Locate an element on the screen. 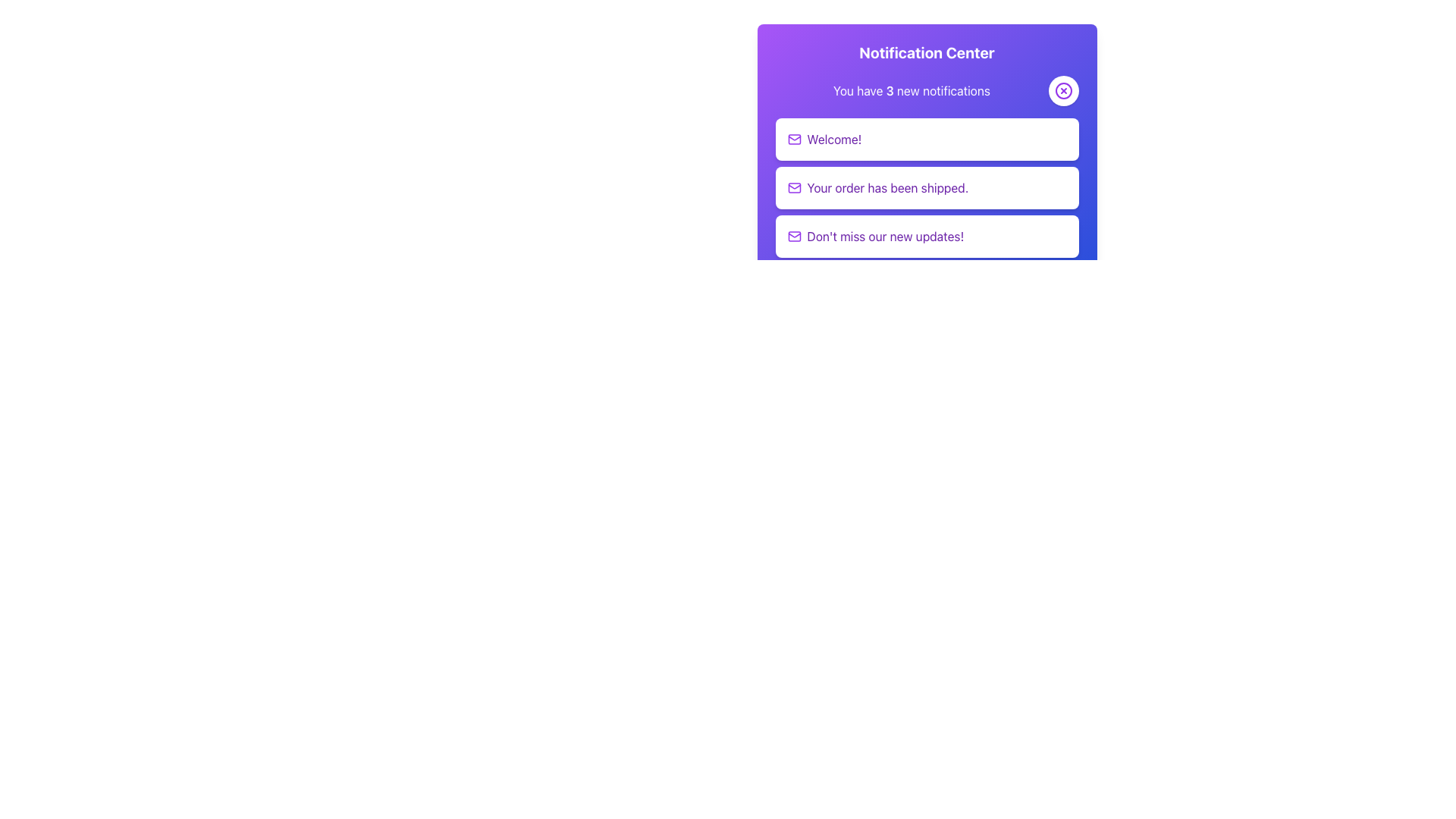  mail or messages icon located to the left of the notification text 'Don't miss our new updates!' in the lower notification box is located at coordinates (793, 237).